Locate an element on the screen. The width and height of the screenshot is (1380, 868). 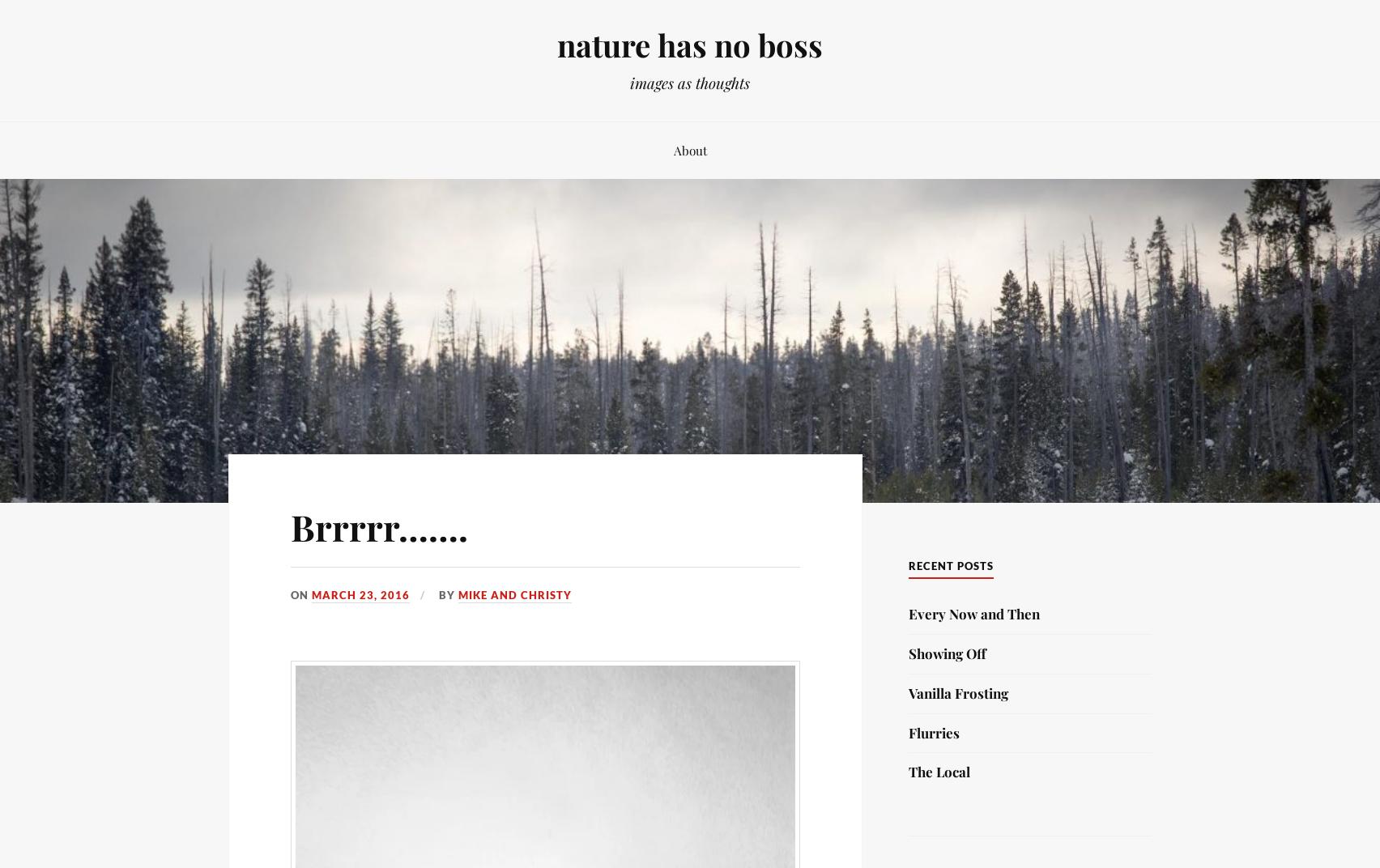
'Recent Posts' is located at coordinates (908, 565).